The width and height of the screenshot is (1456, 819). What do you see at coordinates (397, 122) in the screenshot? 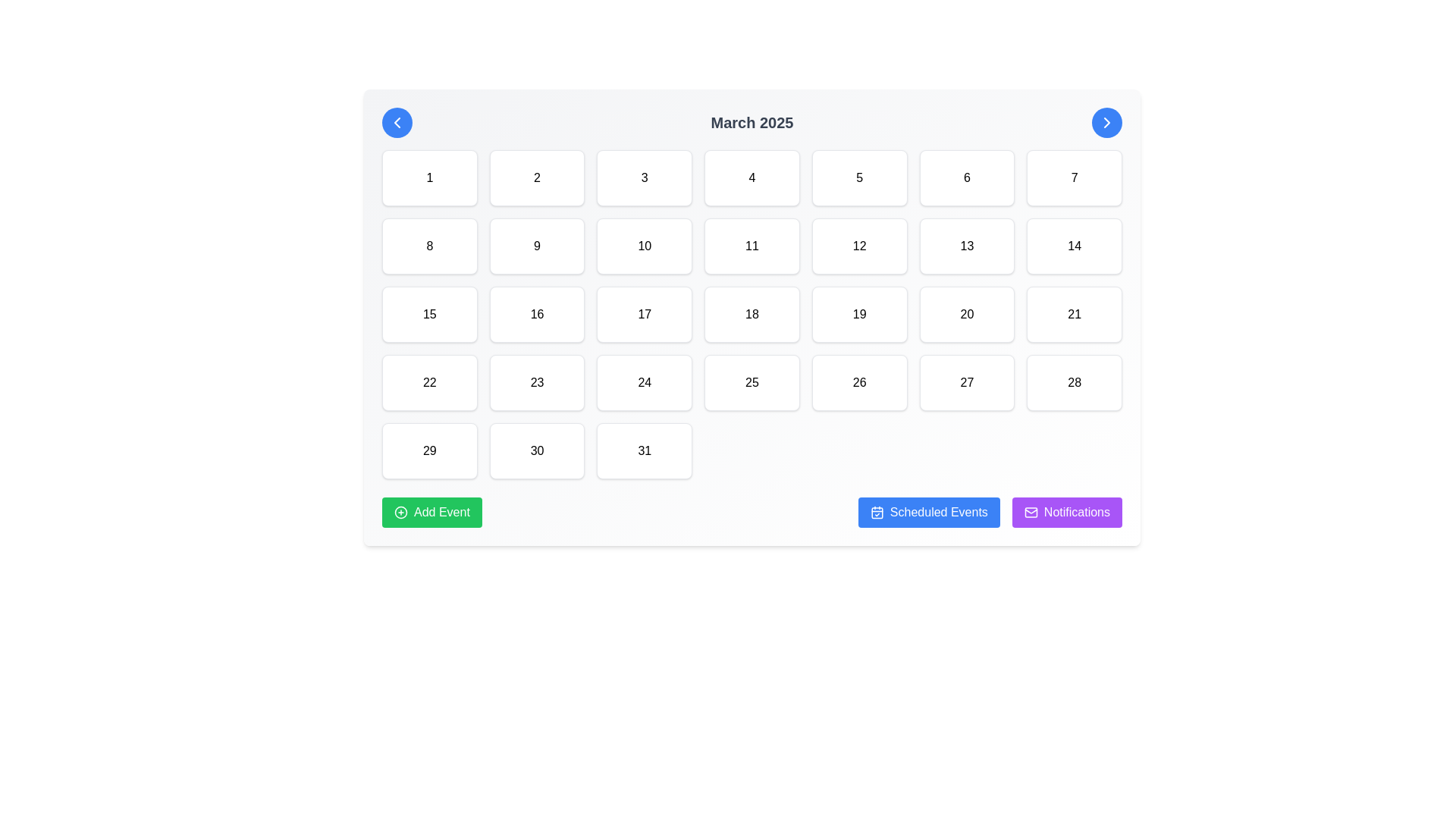
I see `the rounded blue button with a white left-facing arrow icon` at bounding box center [397, 122].